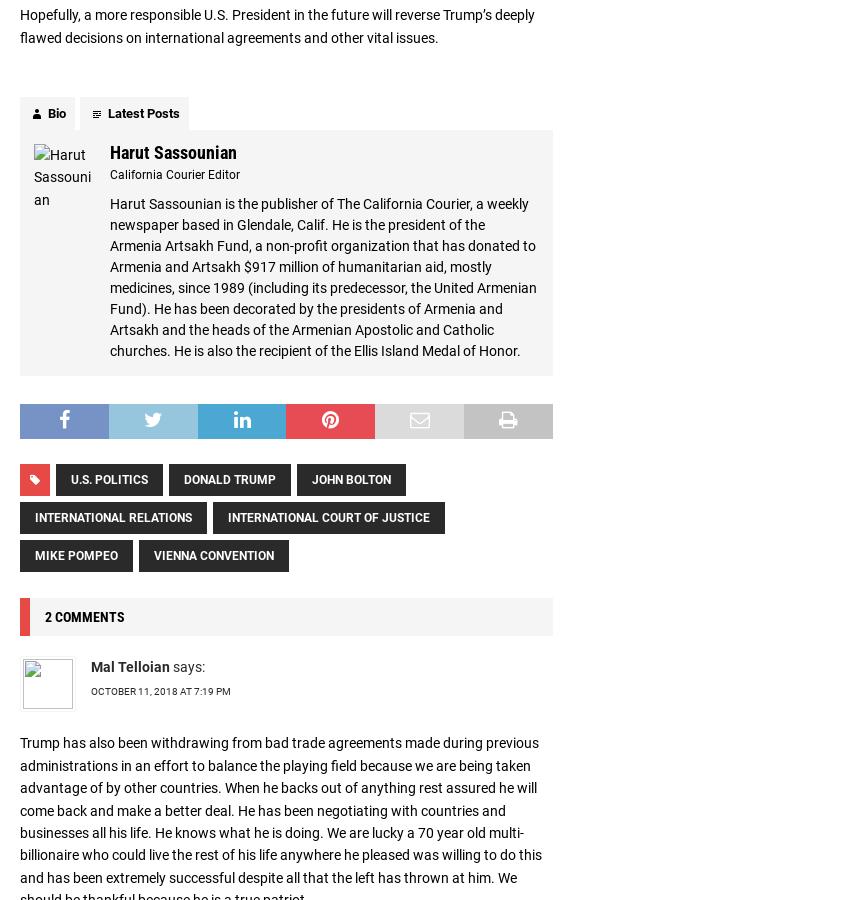 This screenshot has width=850, height=900. Describe the element at coordinates (160, 689) in the screenshot. I see `'October 11, 2018 at 7:19 pm'` at that location.